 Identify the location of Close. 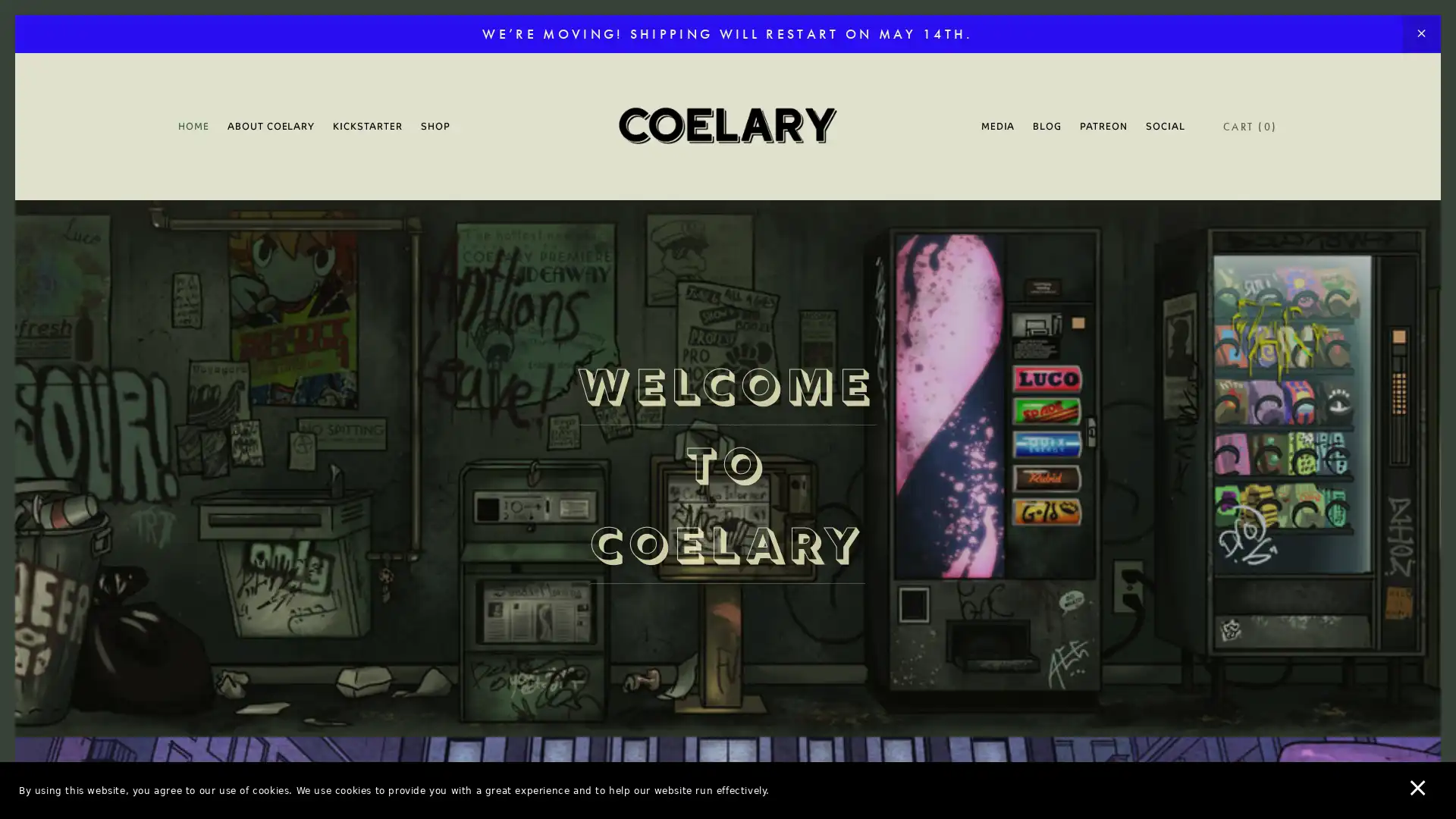
(993, 177).